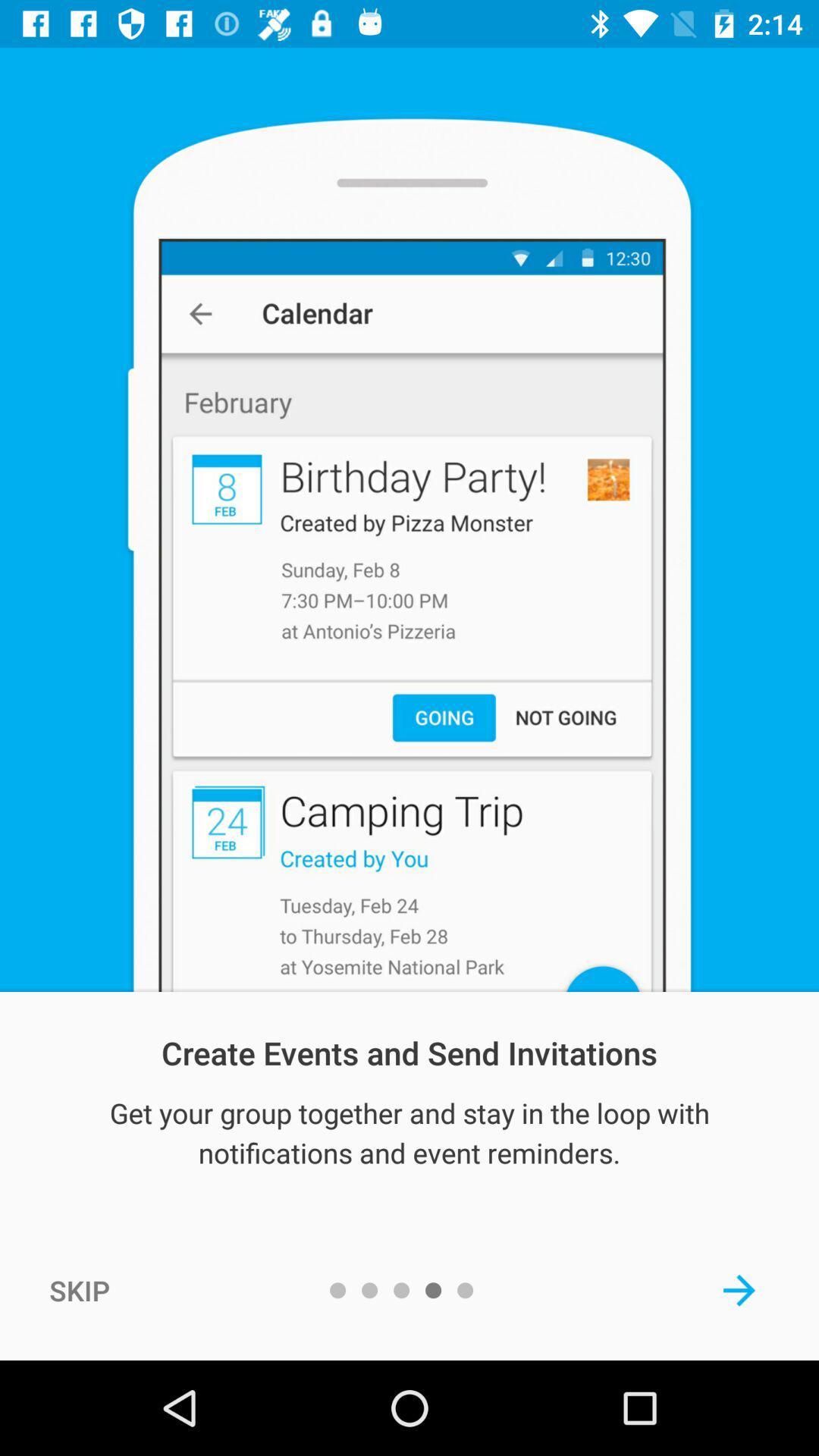 The height and width of the screenshot is (1456, 819). Describe the element at coordinates (739, 1289) in the screenshot. I see `the arrow_forward icon` at that location.